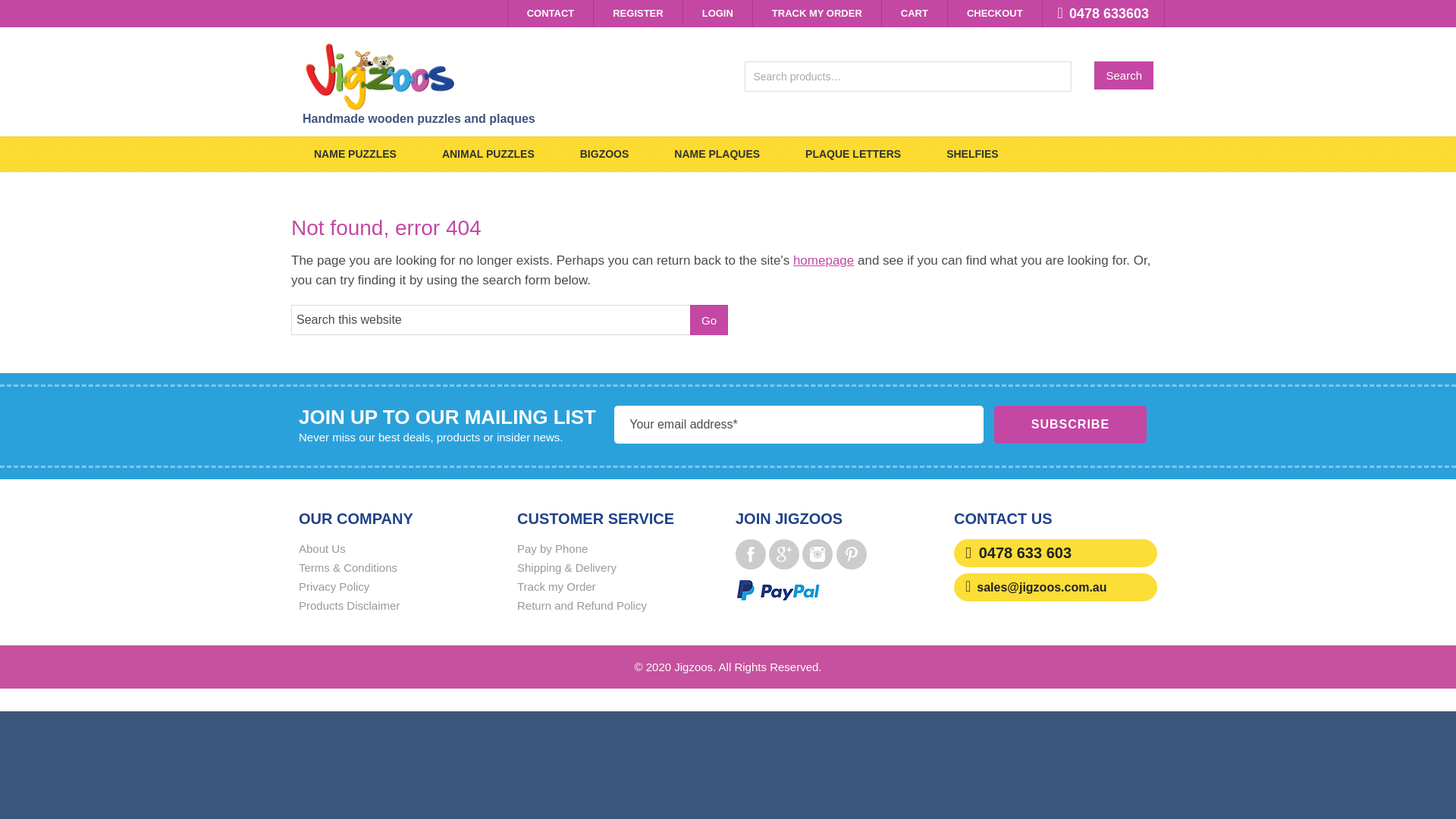 This screenshot has height=819, width=1456. I want to click on 'NAME PUZZLES', so click(354, 154).